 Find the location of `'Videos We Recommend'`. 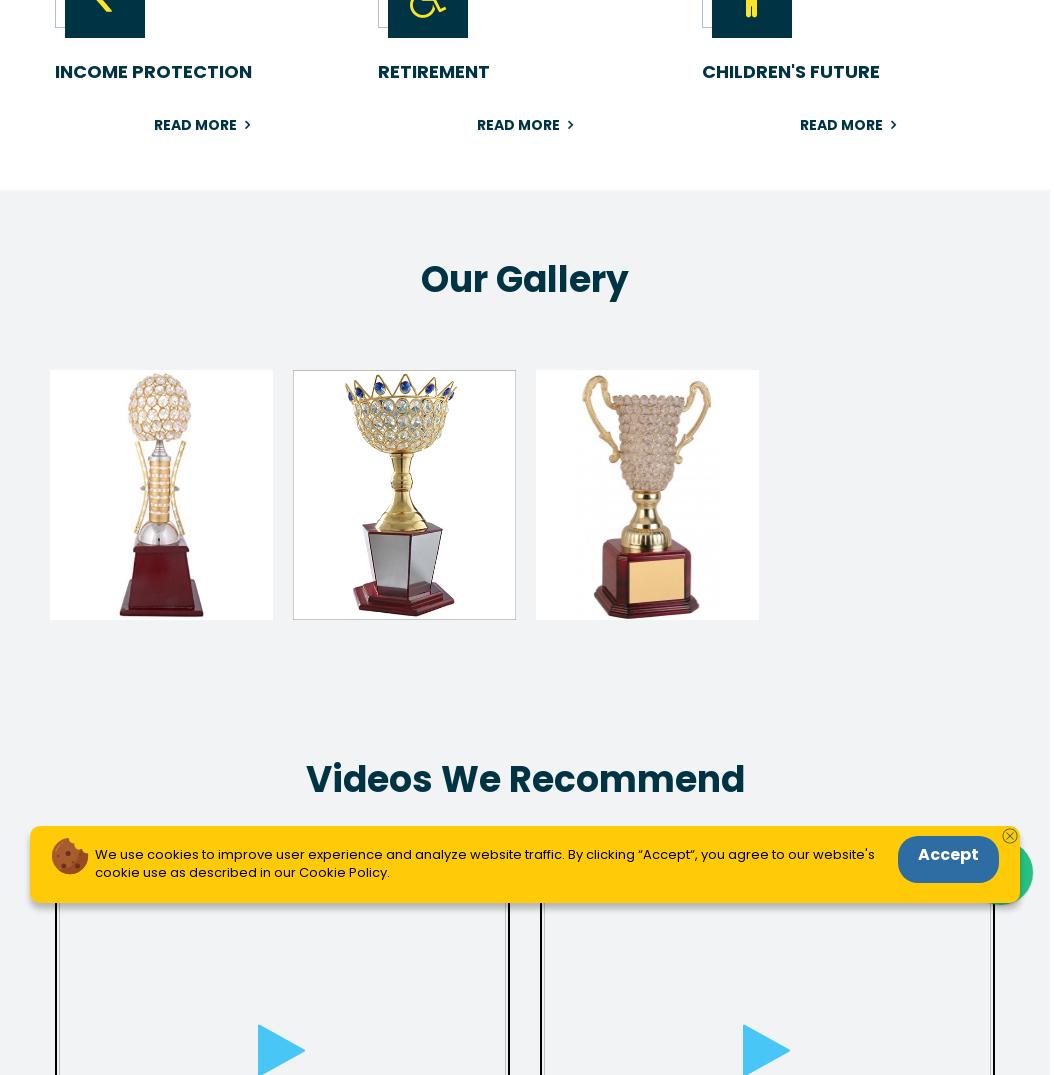

'Videos We Recommend' is located at coordinates (523, 779).